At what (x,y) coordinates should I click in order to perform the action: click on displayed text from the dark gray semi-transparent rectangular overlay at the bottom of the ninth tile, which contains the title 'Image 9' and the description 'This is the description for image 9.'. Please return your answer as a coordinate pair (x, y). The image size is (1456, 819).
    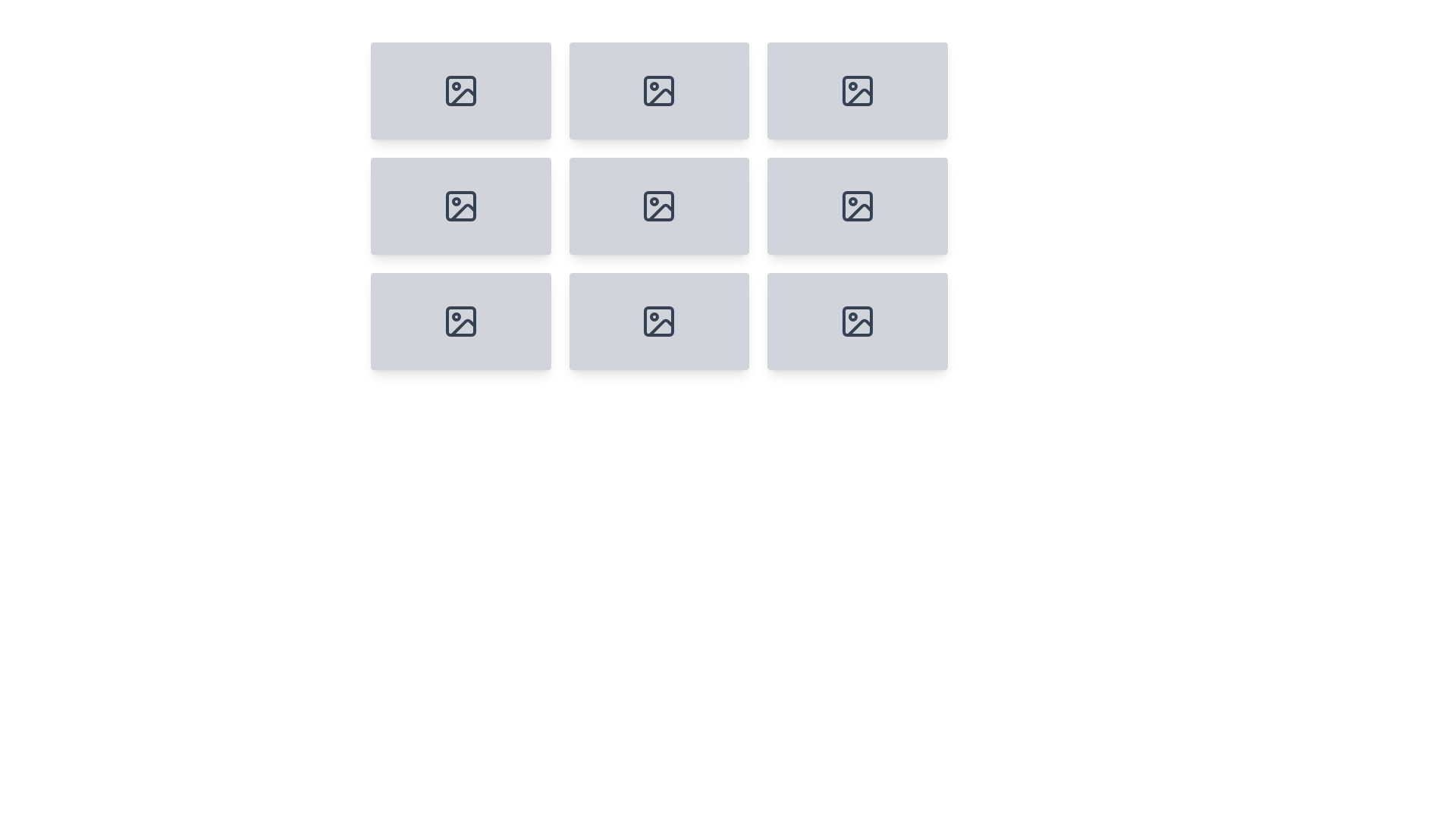
    Looking at the image, I should click on (858, 337).